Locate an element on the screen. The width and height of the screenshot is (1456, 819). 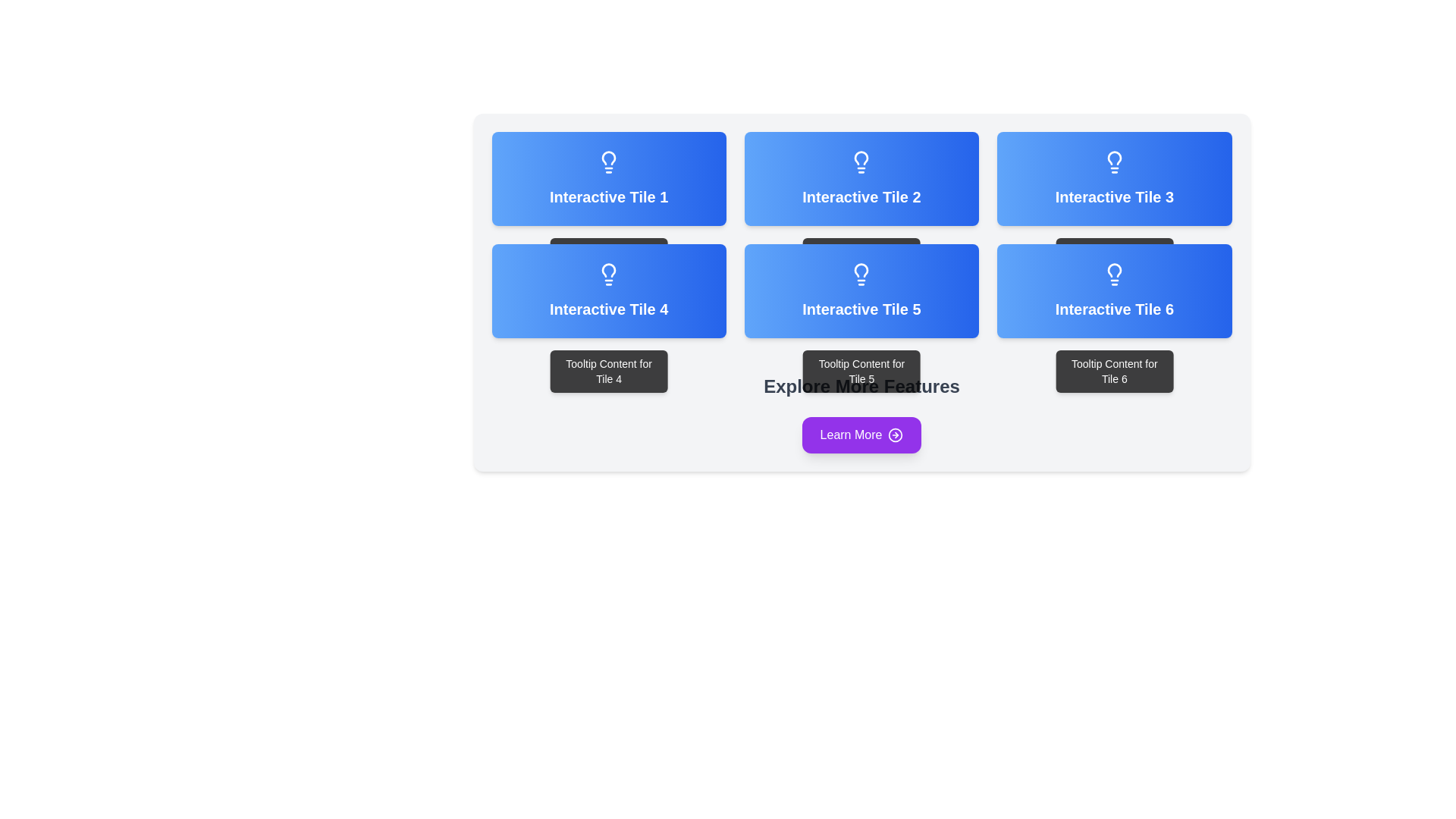
the purple 'Learn More' button with rounded corners, located beneath the heading 'Explore More Features' is located at coordinates (861, 435).